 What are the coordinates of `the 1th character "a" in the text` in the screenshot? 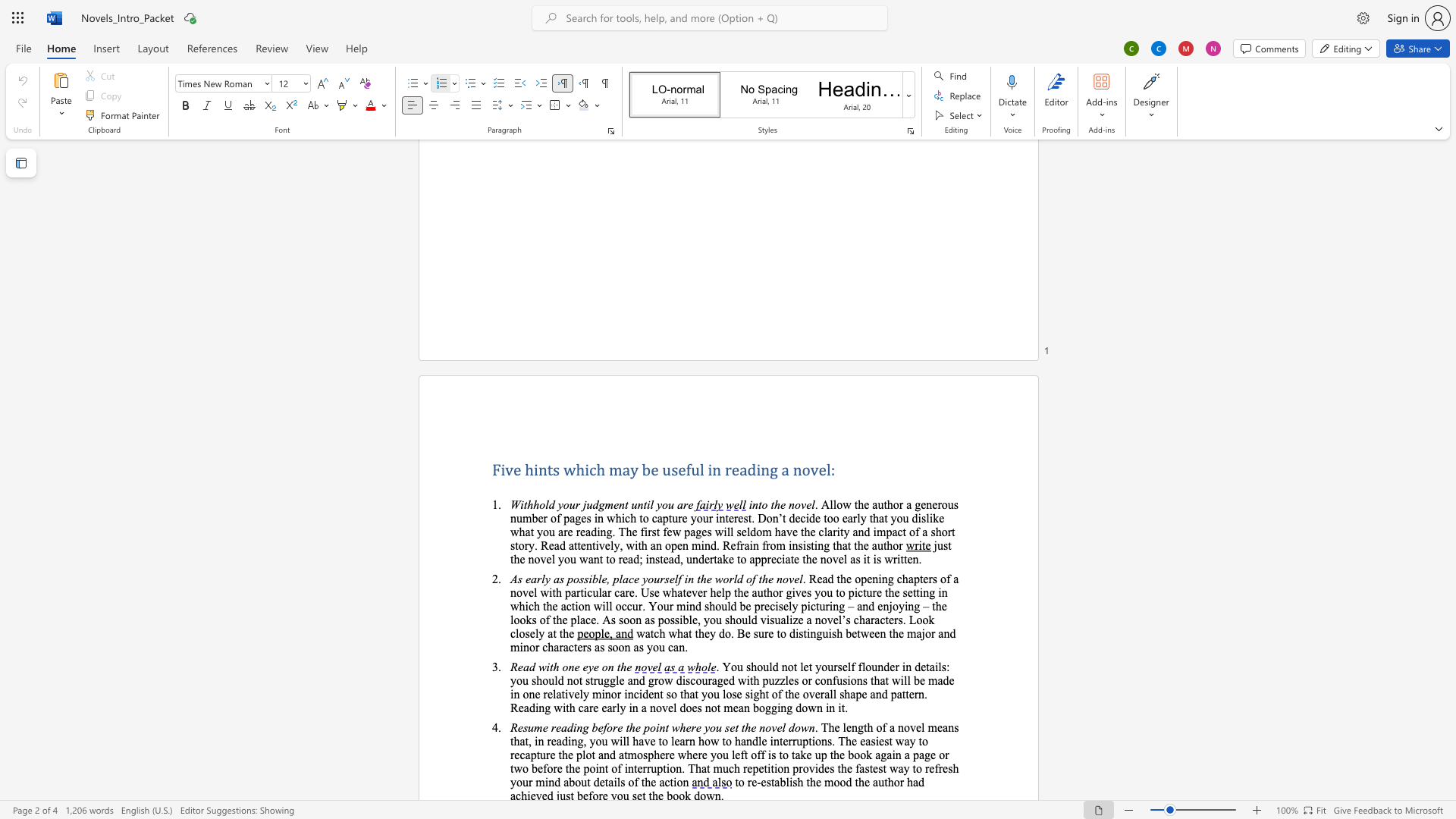 It's located at (557, 694).